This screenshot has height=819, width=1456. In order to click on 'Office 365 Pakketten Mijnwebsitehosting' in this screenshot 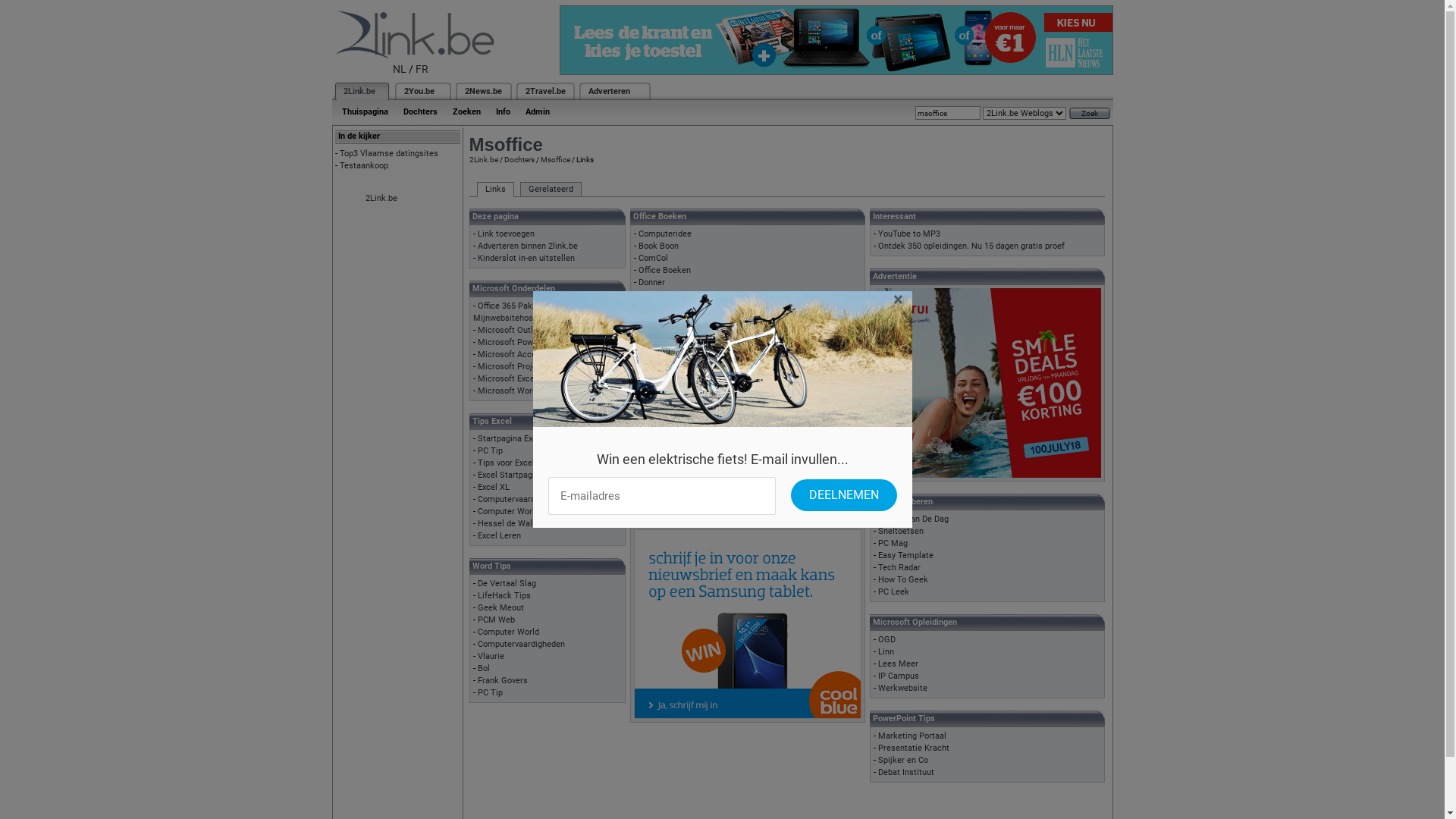, I will do `click(472, 311)`.